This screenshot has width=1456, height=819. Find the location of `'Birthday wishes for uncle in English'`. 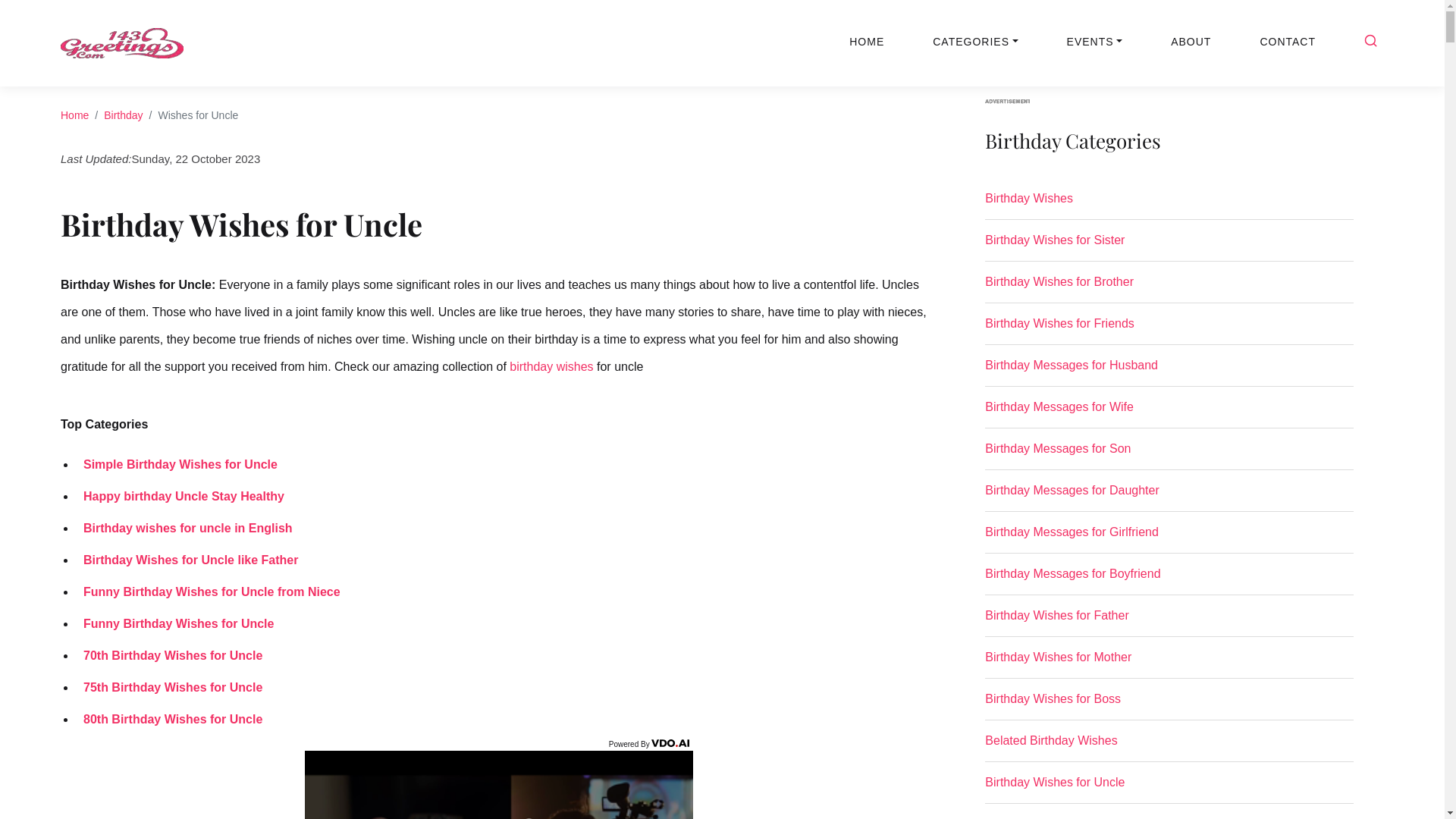

'Birthday wishes for uncle in English' is located at coordinates (184, 527).